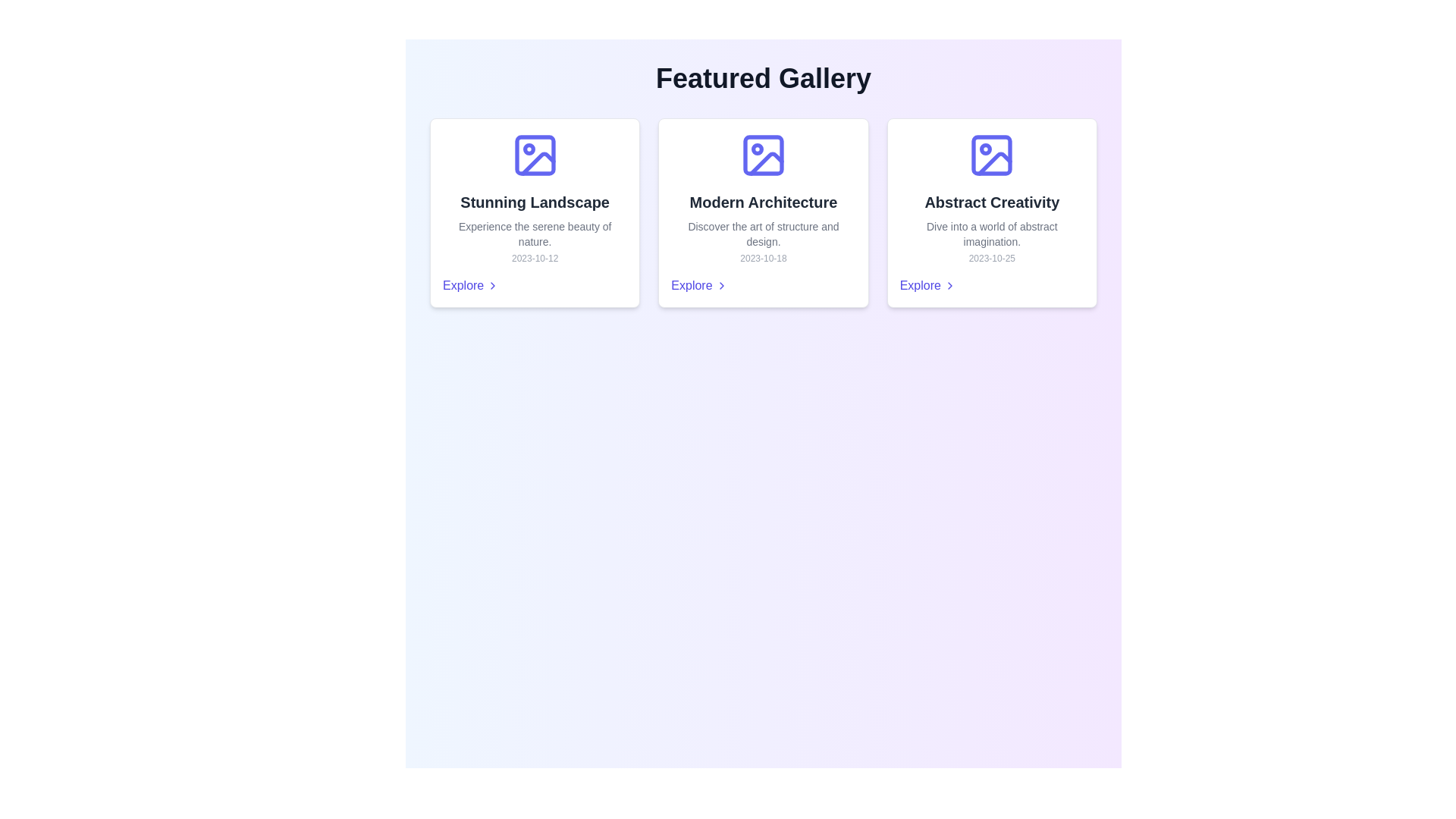  What do you see at coordinates (470, 286) in the screenshot?
I see `the button-like link with an associated icon located at the bottom-left of the white card labeled 'Stunning Landscape'` at bounding box center [470, 286].